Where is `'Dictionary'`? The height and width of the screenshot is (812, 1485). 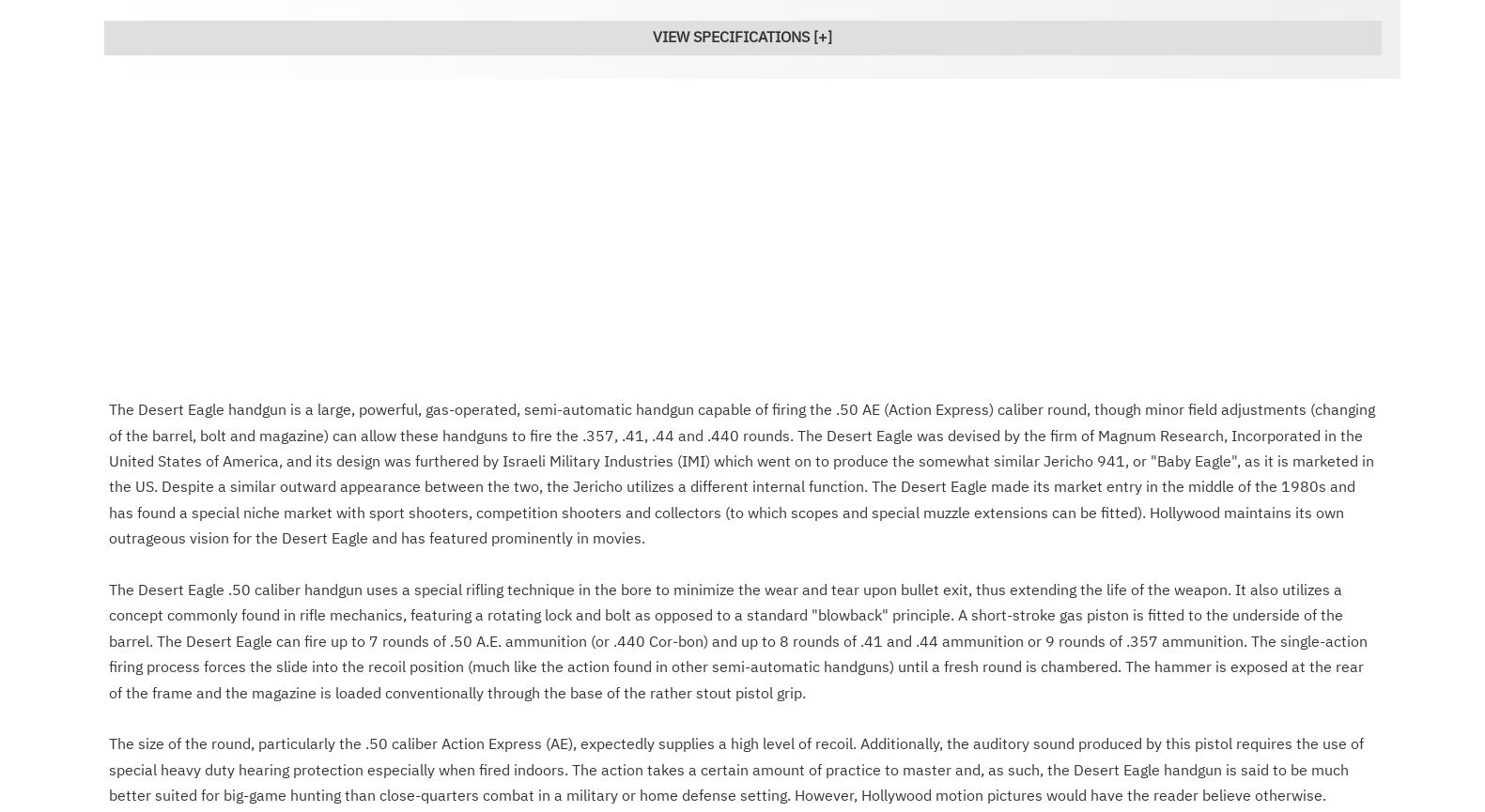
'Dictionary' is located at coordinates (475, 797).